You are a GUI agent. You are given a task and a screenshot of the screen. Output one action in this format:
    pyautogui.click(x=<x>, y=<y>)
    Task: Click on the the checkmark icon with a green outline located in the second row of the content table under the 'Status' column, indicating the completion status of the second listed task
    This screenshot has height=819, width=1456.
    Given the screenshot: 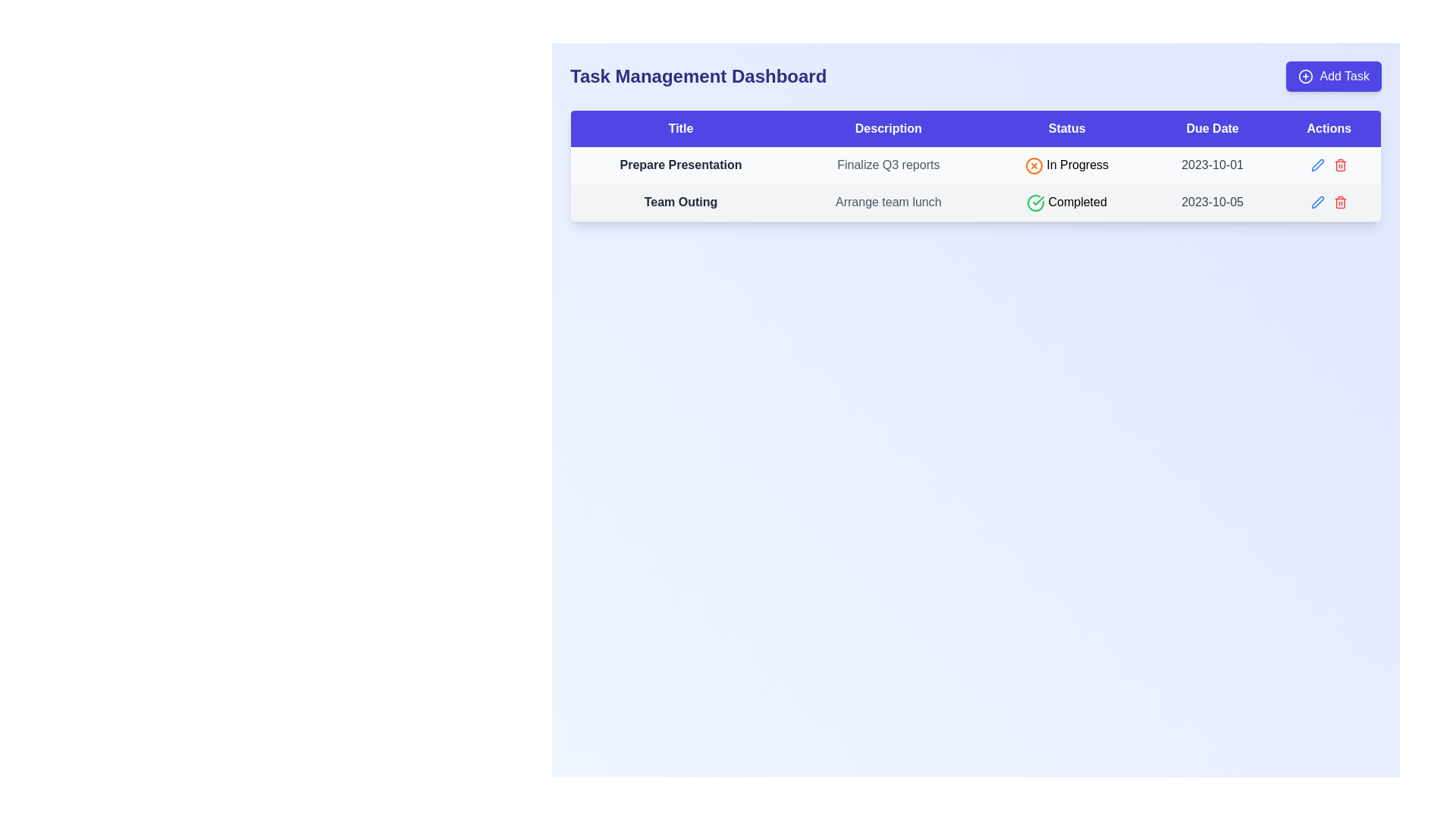 What is the action you would take?
    pyautogui.click(x=1037, y=199)
    